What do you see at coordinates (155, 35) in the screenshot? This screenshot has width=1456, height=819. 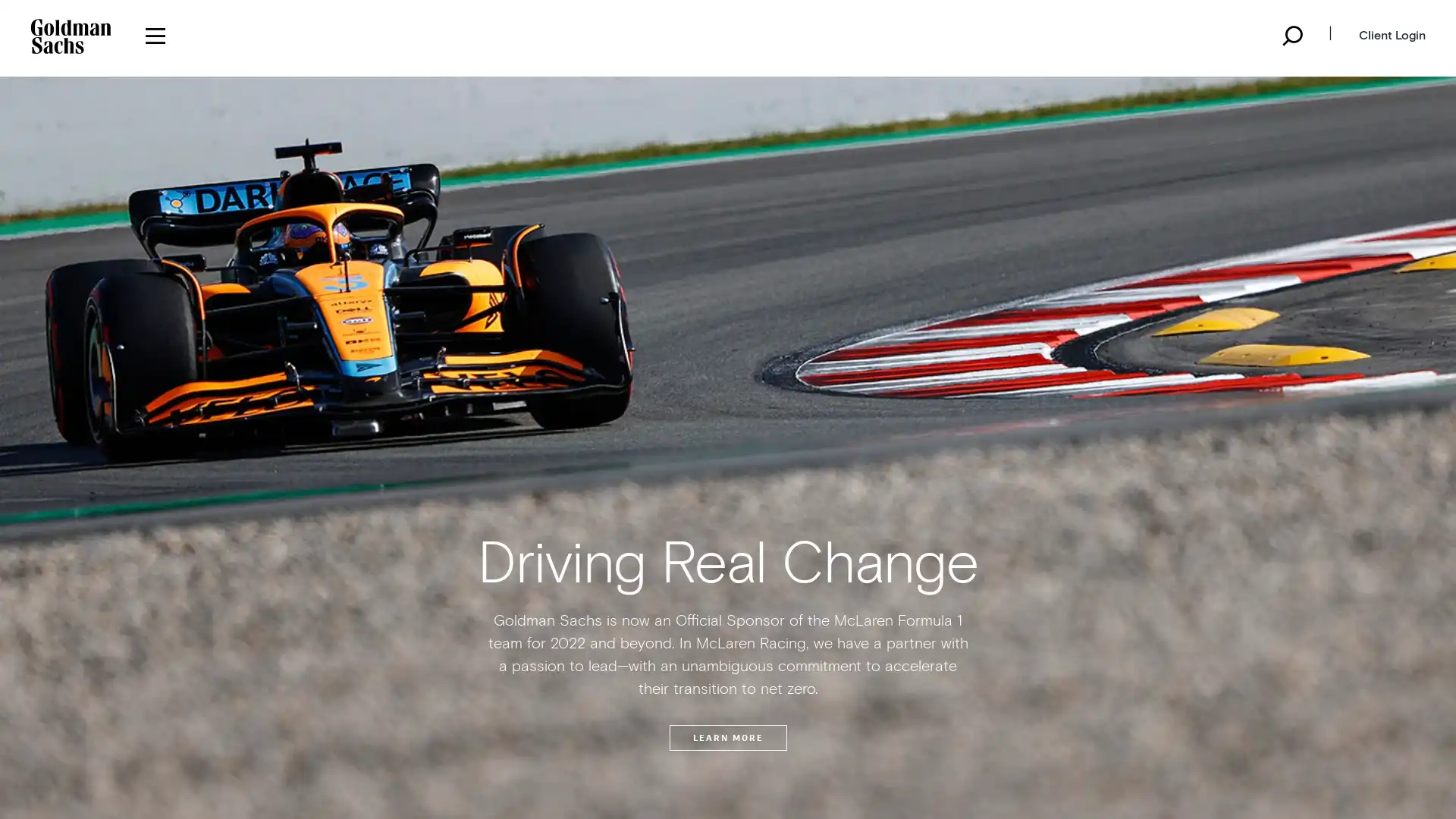 I see `toggle menu` at bounding box center [155, 35].